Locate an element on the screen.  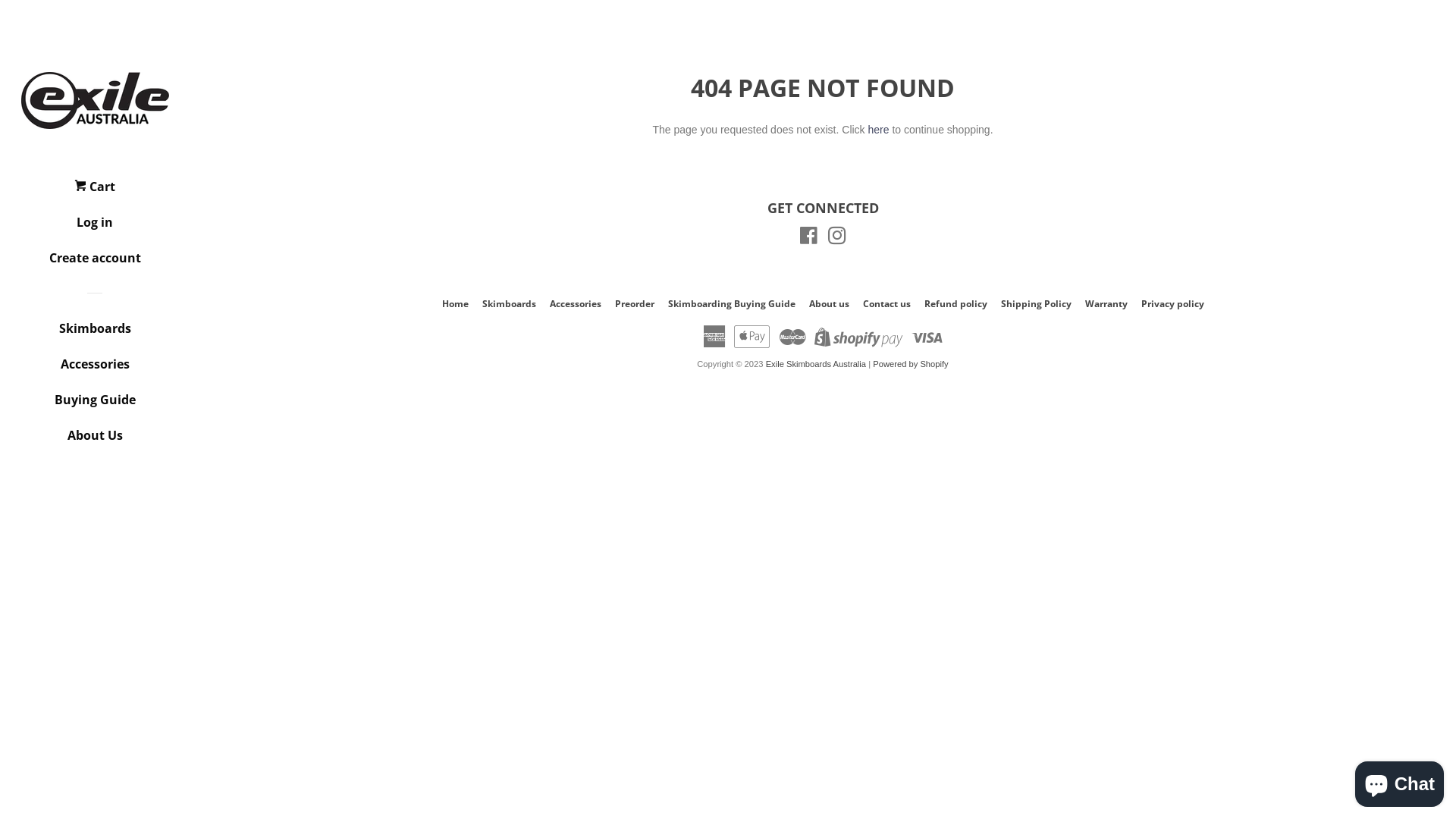
'Facebook' is located at coordinates (808, 239).